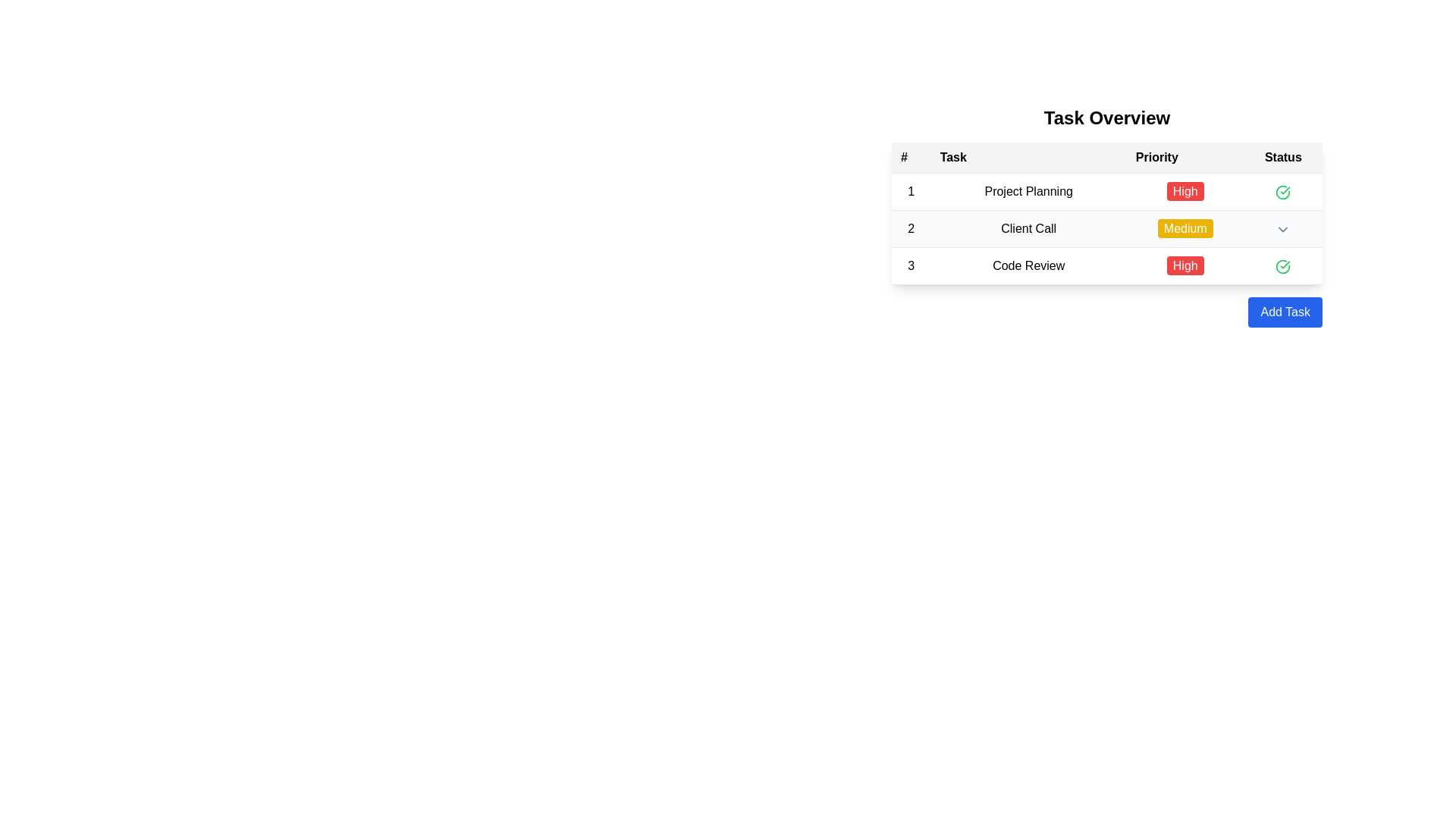 Image resolution: width=1456 pixels, height=819 pixels. What do you see at coordinates (1282, 158) in the screenshot?
I see `the 'Status' column header text label, which is the far-right element in the header row of the table, providing context for the data below` at bounding box center [1282, 158].